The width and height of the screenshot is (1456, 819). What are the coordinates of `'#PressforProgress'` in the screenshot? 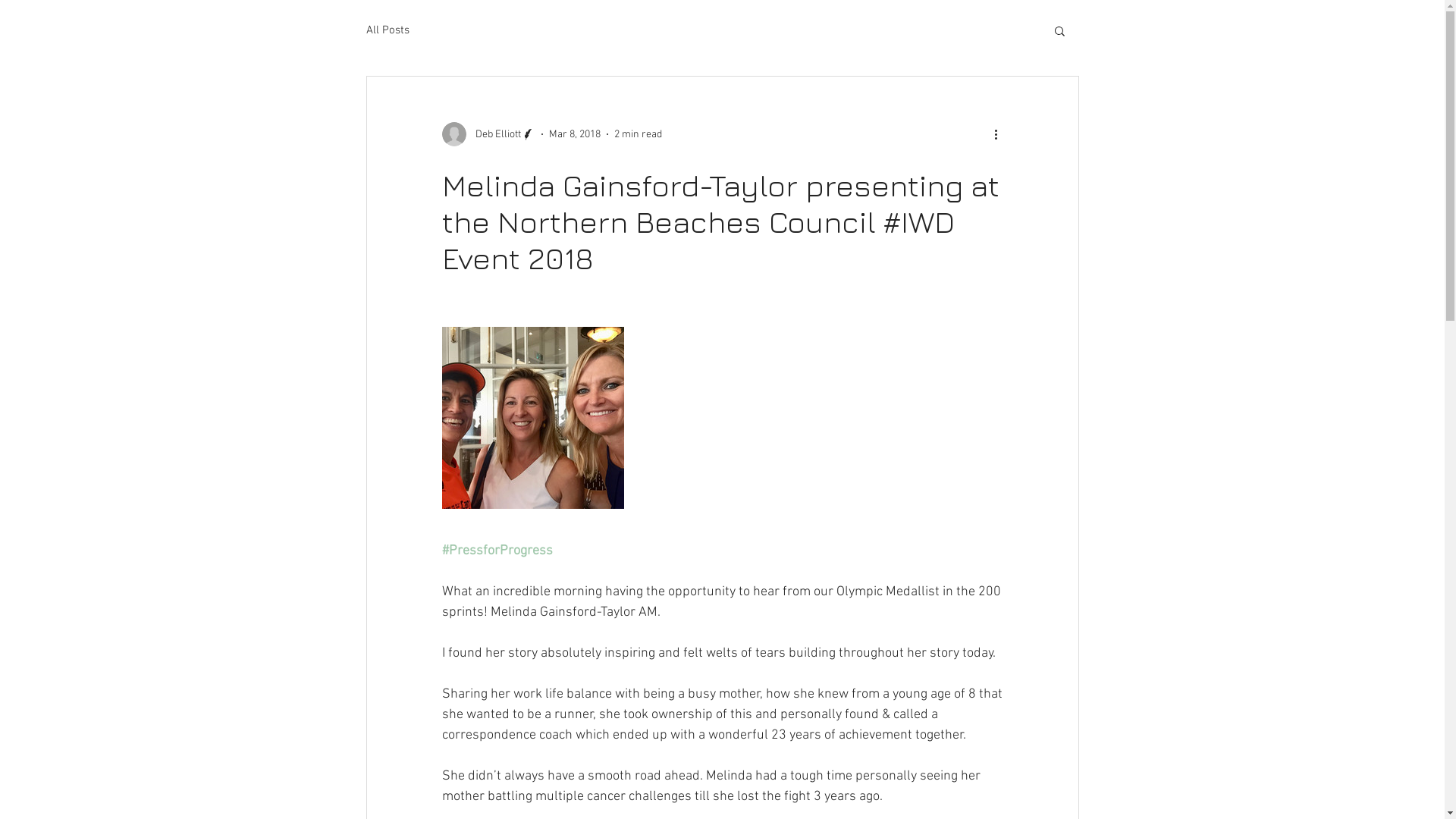 It's located at (496, 551).